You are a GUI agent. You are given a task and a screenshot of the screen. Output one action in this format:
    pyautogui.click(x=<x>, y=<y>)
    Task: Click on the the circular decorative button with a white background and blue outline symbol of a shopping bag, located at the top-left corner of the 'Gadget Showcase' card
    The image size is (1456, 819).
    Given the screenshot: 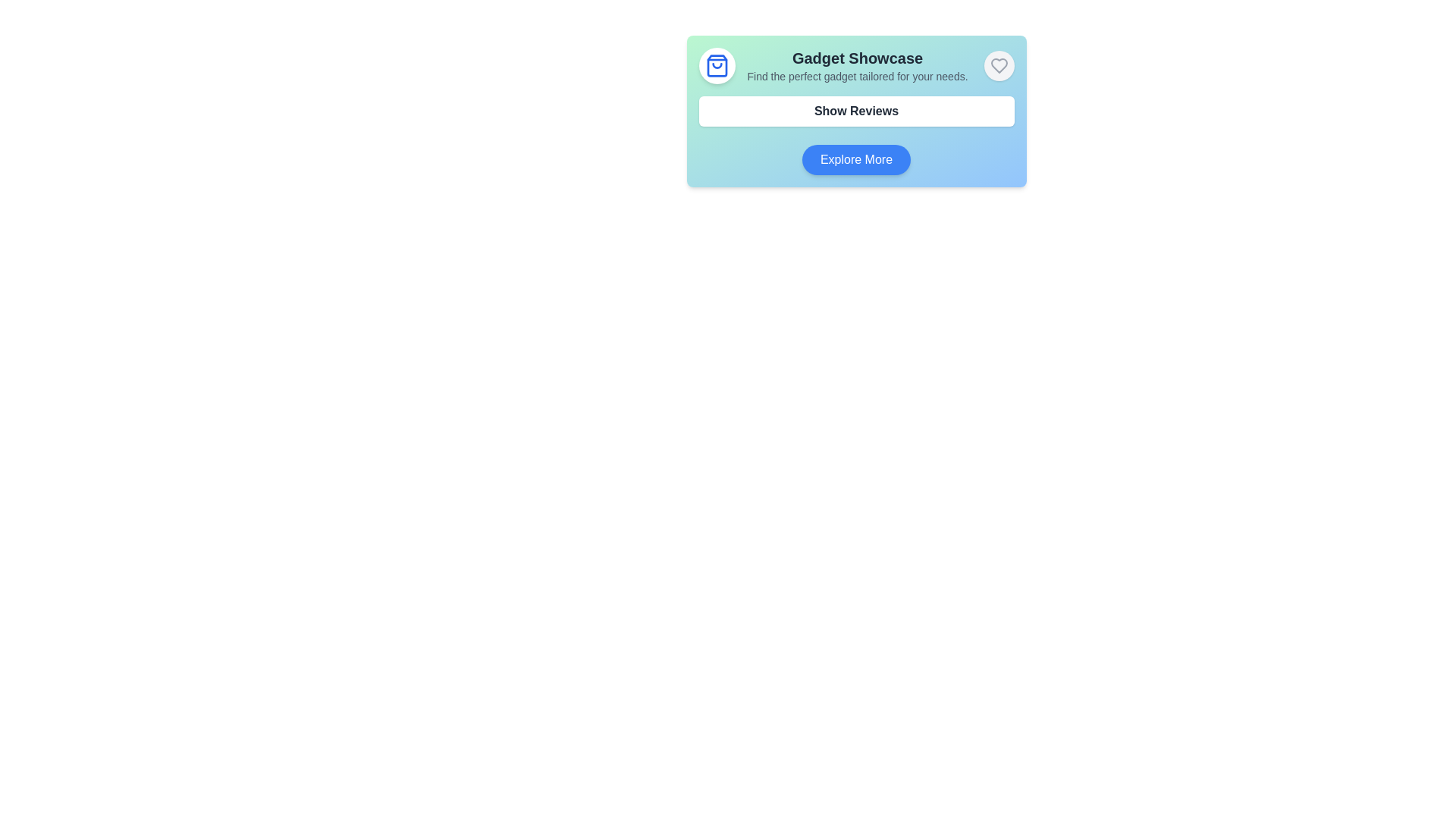 What is the action you would take?
    pyautogui.click(x=716, y=65)
    